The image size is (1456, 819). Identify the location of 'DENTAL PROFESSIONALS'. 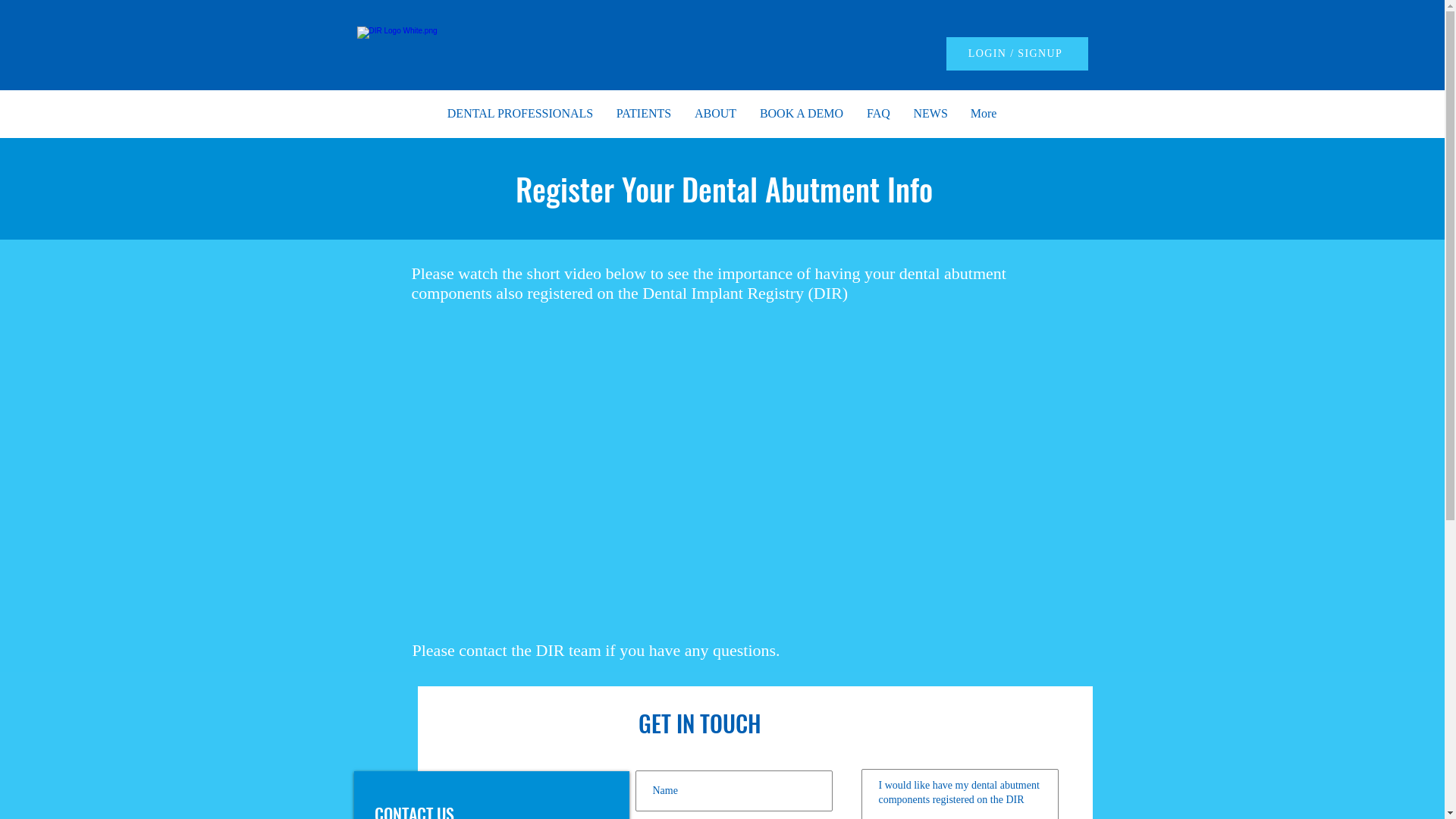
(519, 113).